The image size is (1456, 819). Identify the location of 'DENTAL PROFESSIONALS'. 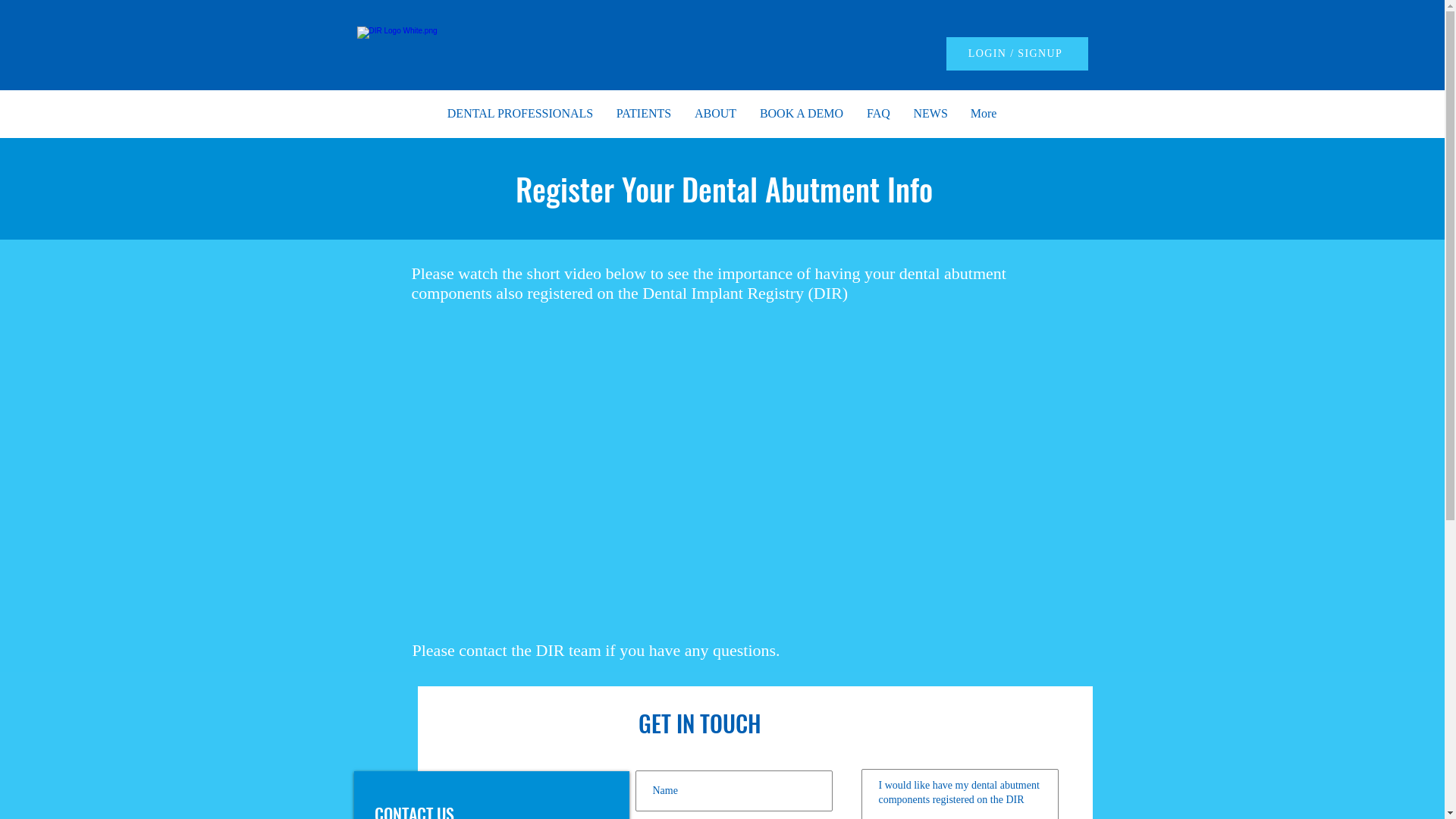
(519, 113).